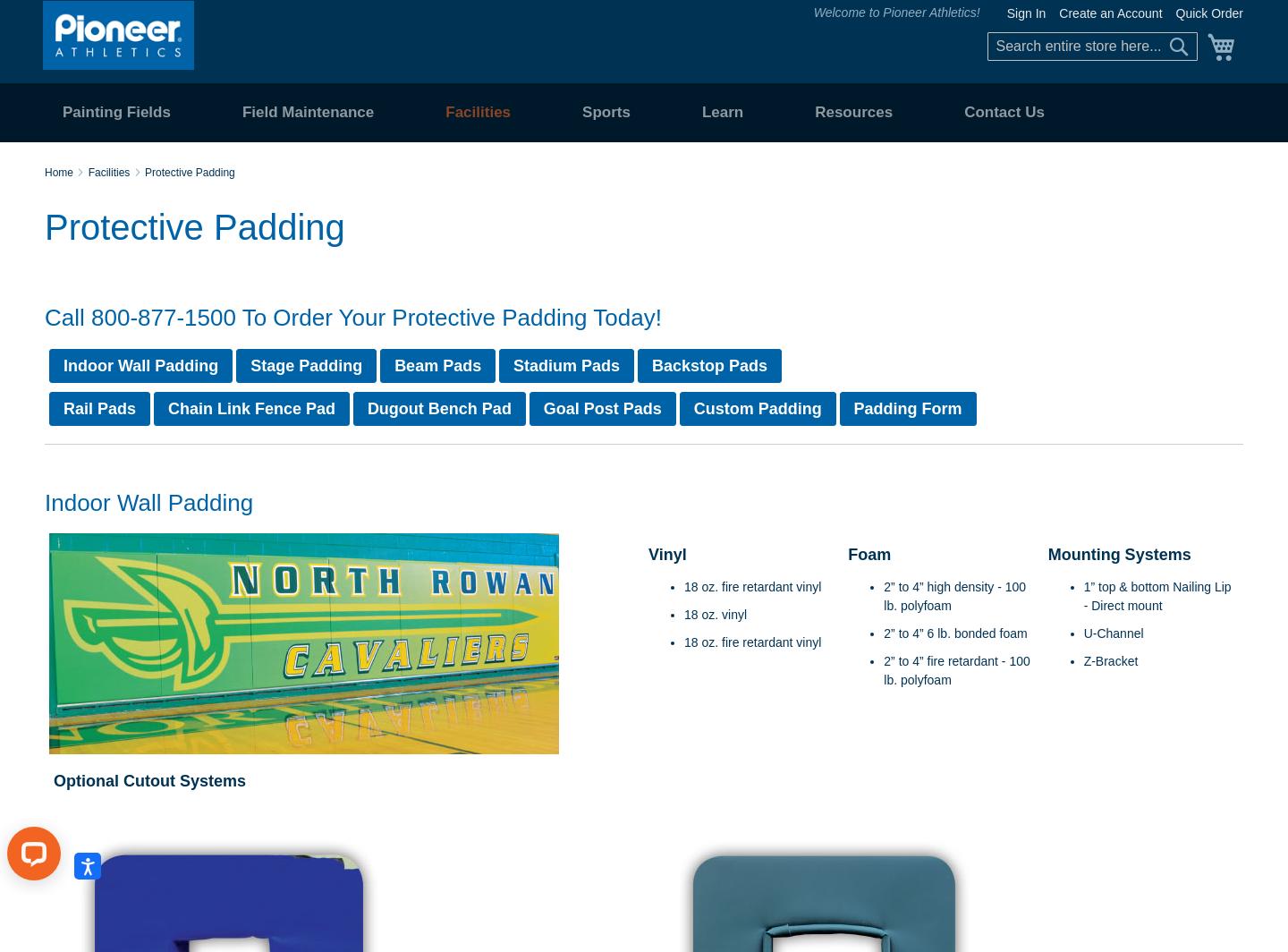  I want to click on 'Create an Account', so click(1058, 13).